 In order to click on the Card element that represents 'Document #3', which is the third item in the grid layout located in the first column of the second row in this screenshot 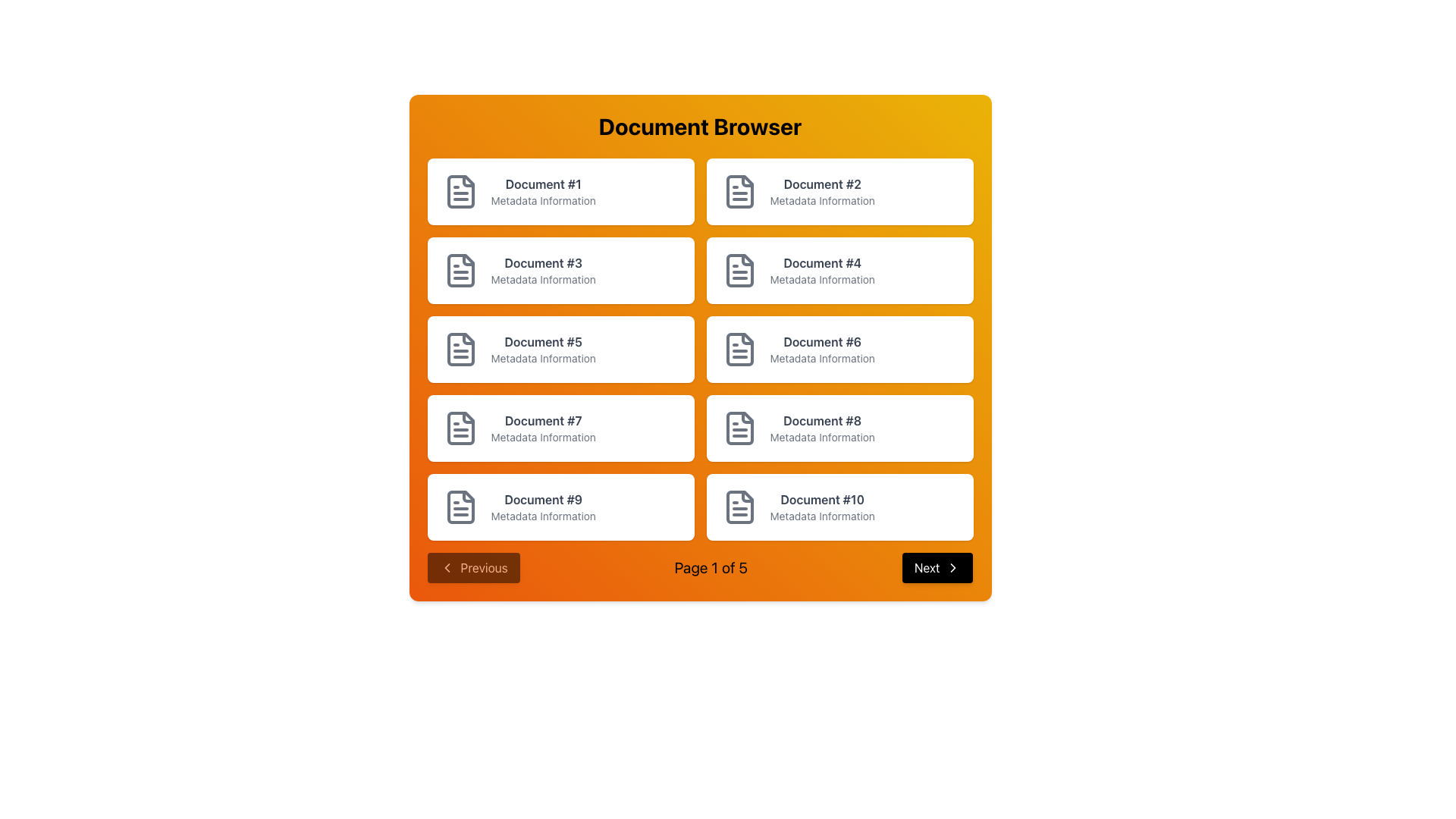, I will do `click(560, 270)`.